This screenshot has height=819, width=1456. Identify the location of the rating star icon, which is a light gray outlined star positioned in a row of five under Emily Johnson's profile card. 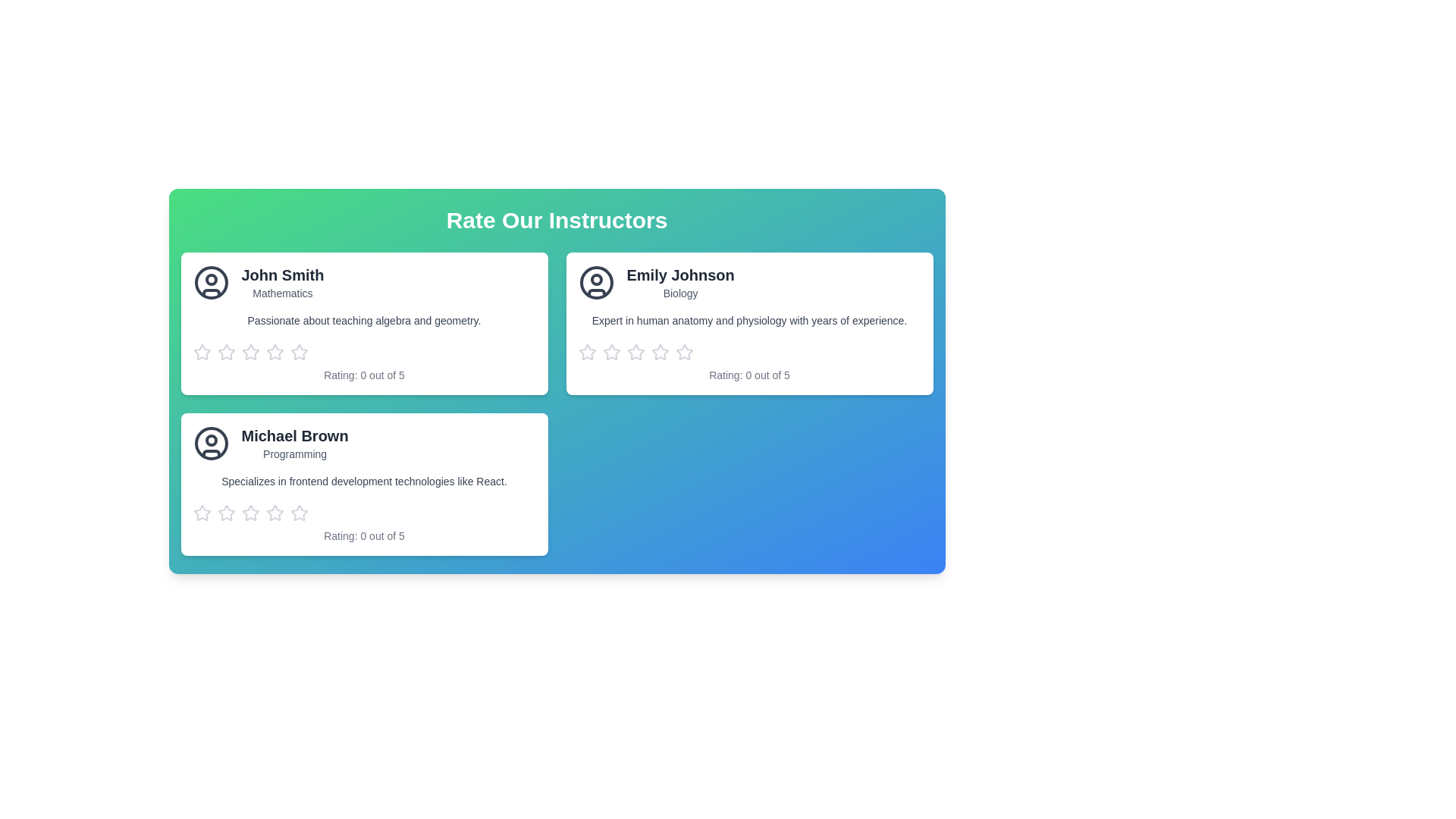
(586, 352).